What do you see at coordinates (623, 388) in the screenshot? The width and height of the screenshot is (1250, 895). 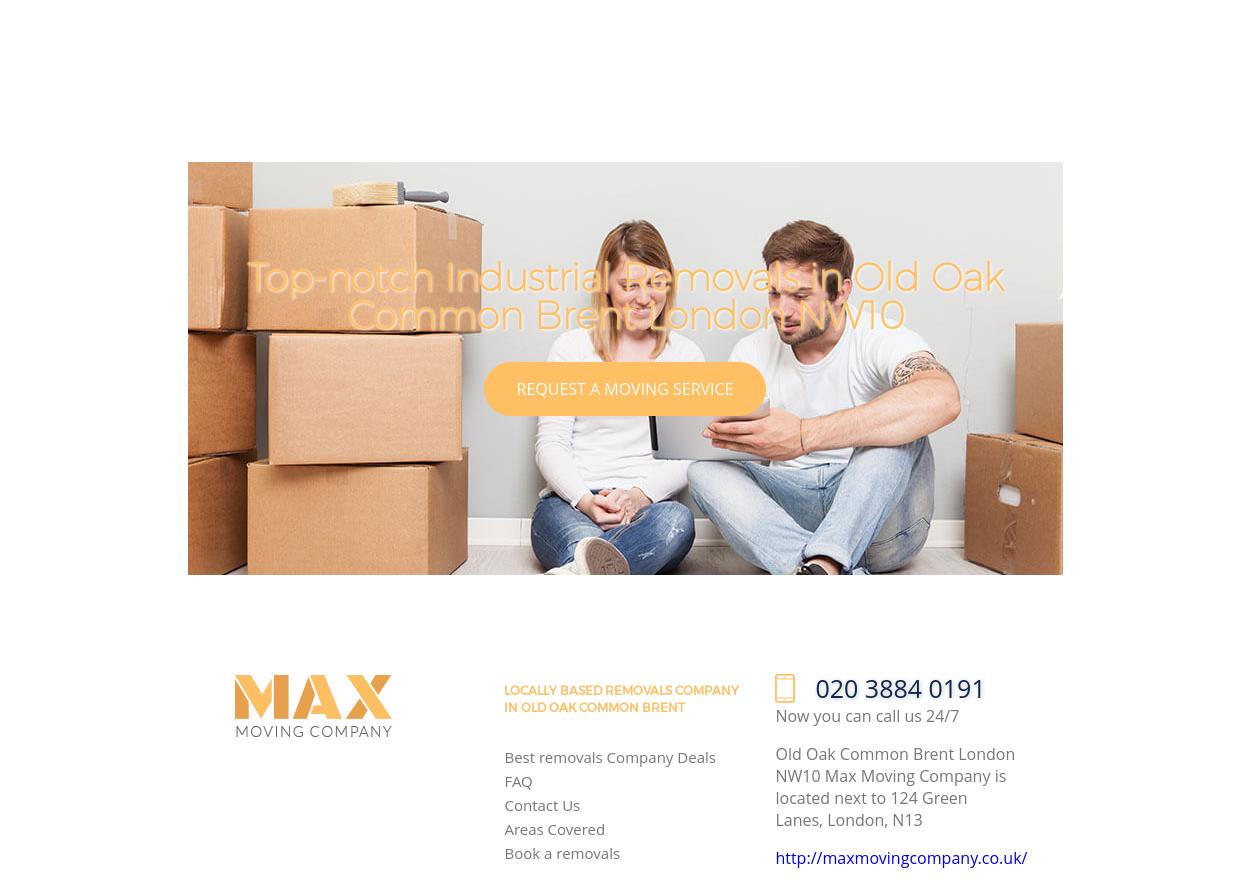 I see `'Request a Moving Service'` at bounding box center [623, 388].